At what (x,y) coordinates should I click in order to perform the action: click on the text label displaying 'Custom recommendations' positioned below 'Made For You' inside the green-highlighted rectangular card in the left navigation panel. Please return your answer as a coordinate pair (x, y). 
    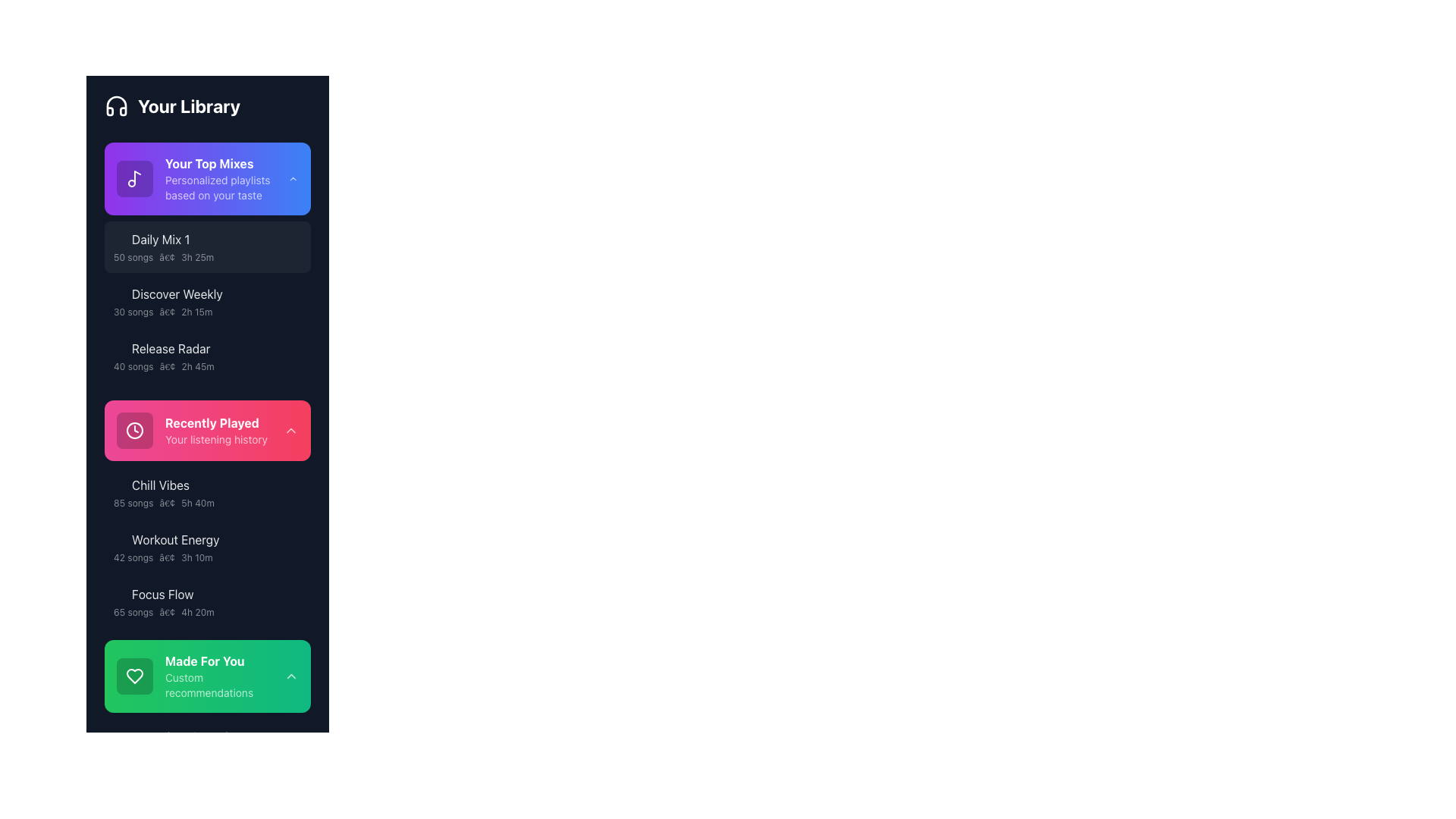
    Looking at the image, I should click on (224, 685).